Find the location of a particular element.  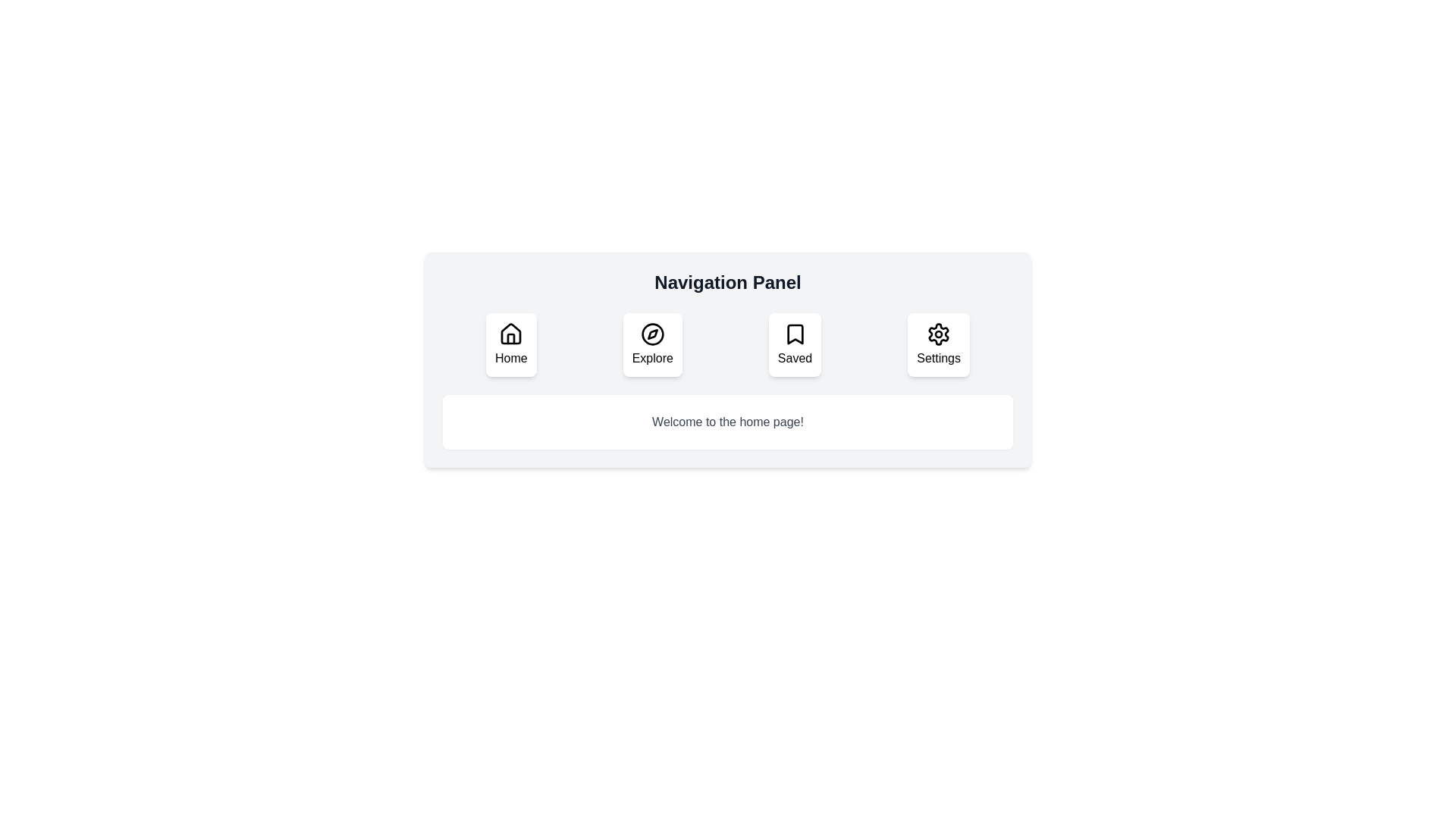

the 'Home' button, which is a rectangular component with a white background, rounded corners, and a house icon above the label 'Home' in bold font, located in the top-left region of the navigation options is located at coordinates (511, 345).